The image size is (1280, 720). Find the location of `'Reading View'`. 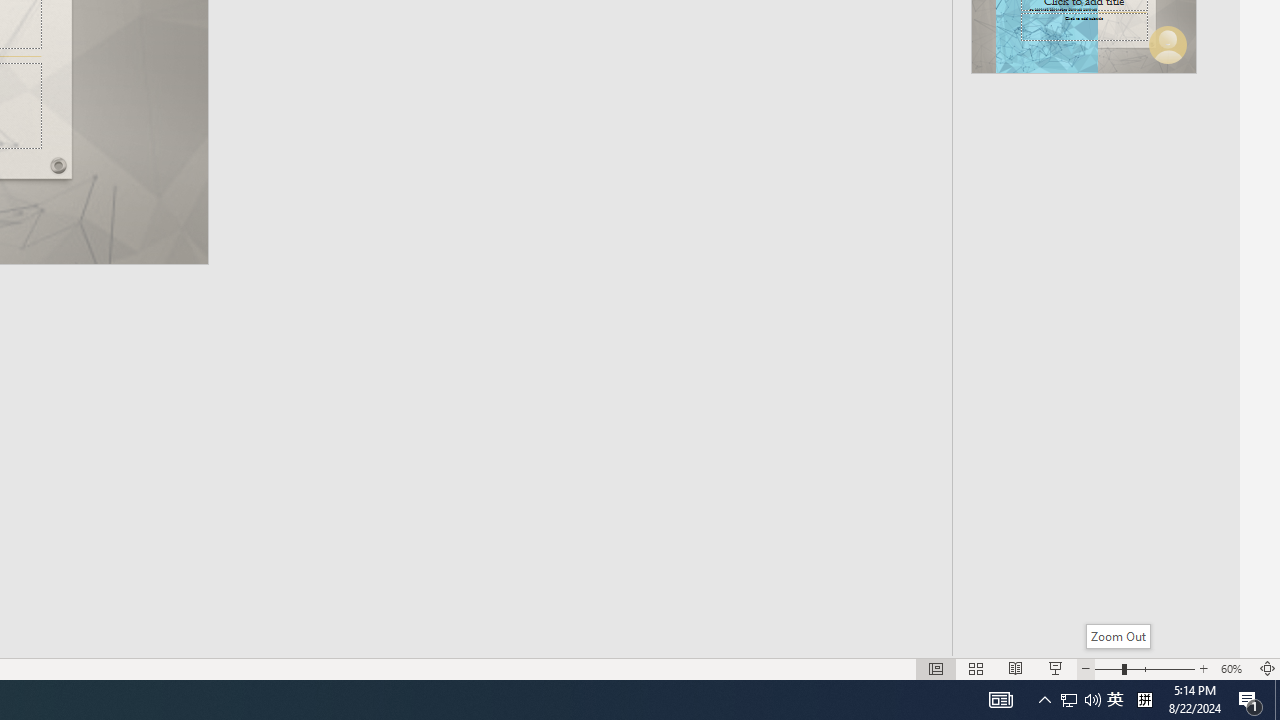

'Reading View' is located at coordinates (1015, 669).